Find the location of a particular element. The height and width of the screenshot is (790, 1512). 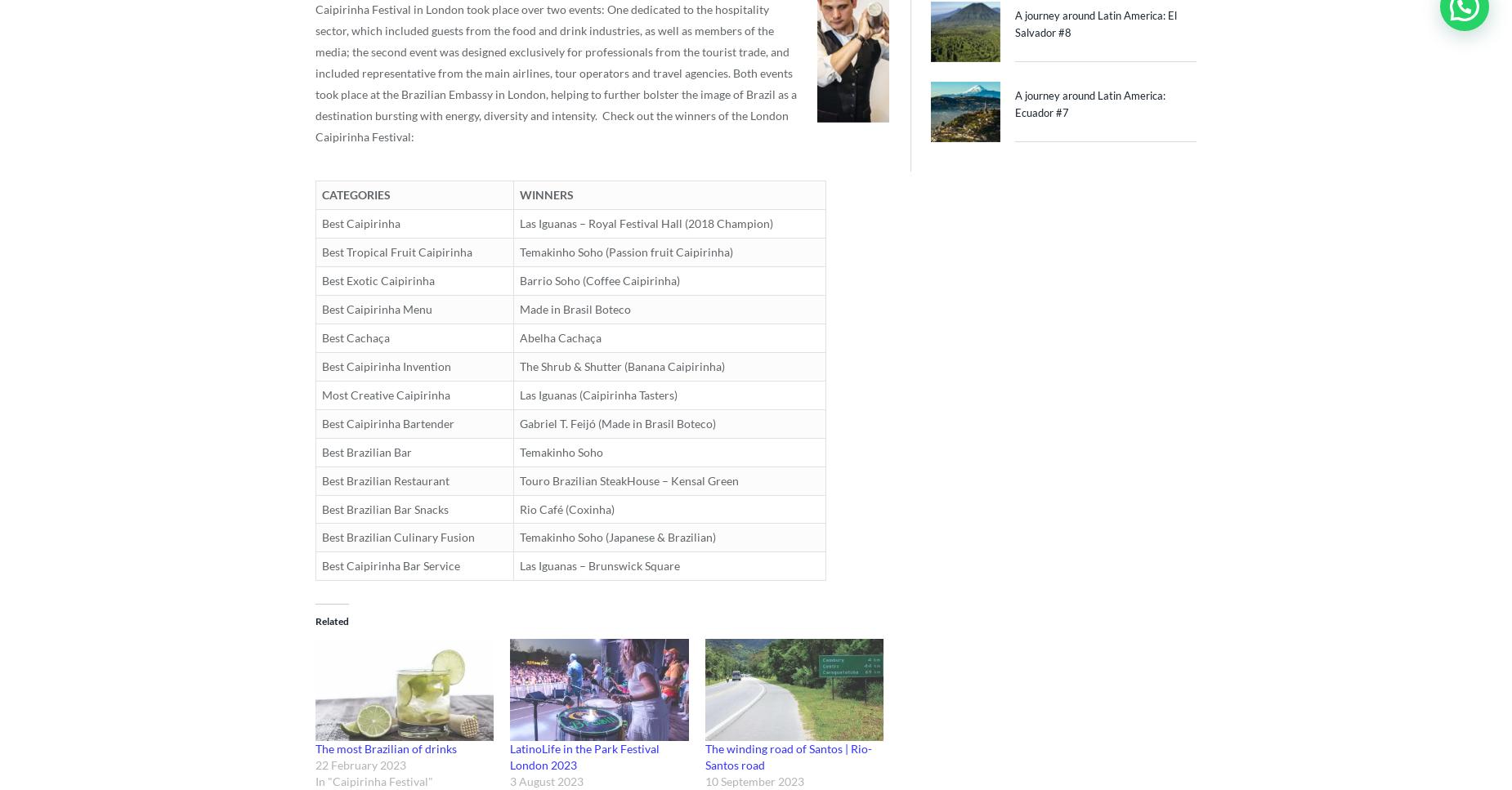

'Temakinho Soho (Japanese & Brazilian)' is located at coordinates (520, 536).